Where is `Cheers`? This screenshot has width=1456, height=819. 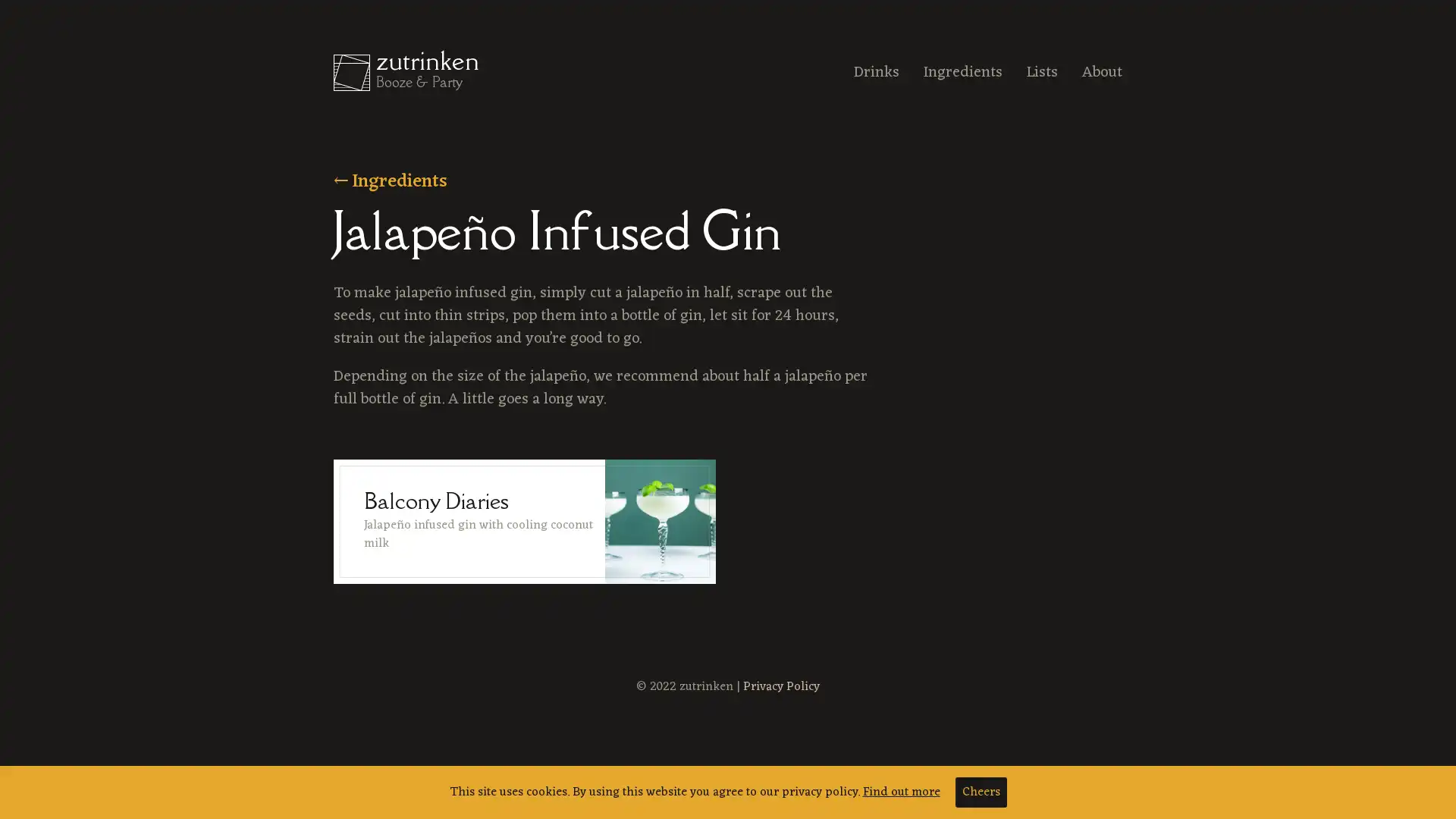
Cheers is located at coordinates (980, 792).